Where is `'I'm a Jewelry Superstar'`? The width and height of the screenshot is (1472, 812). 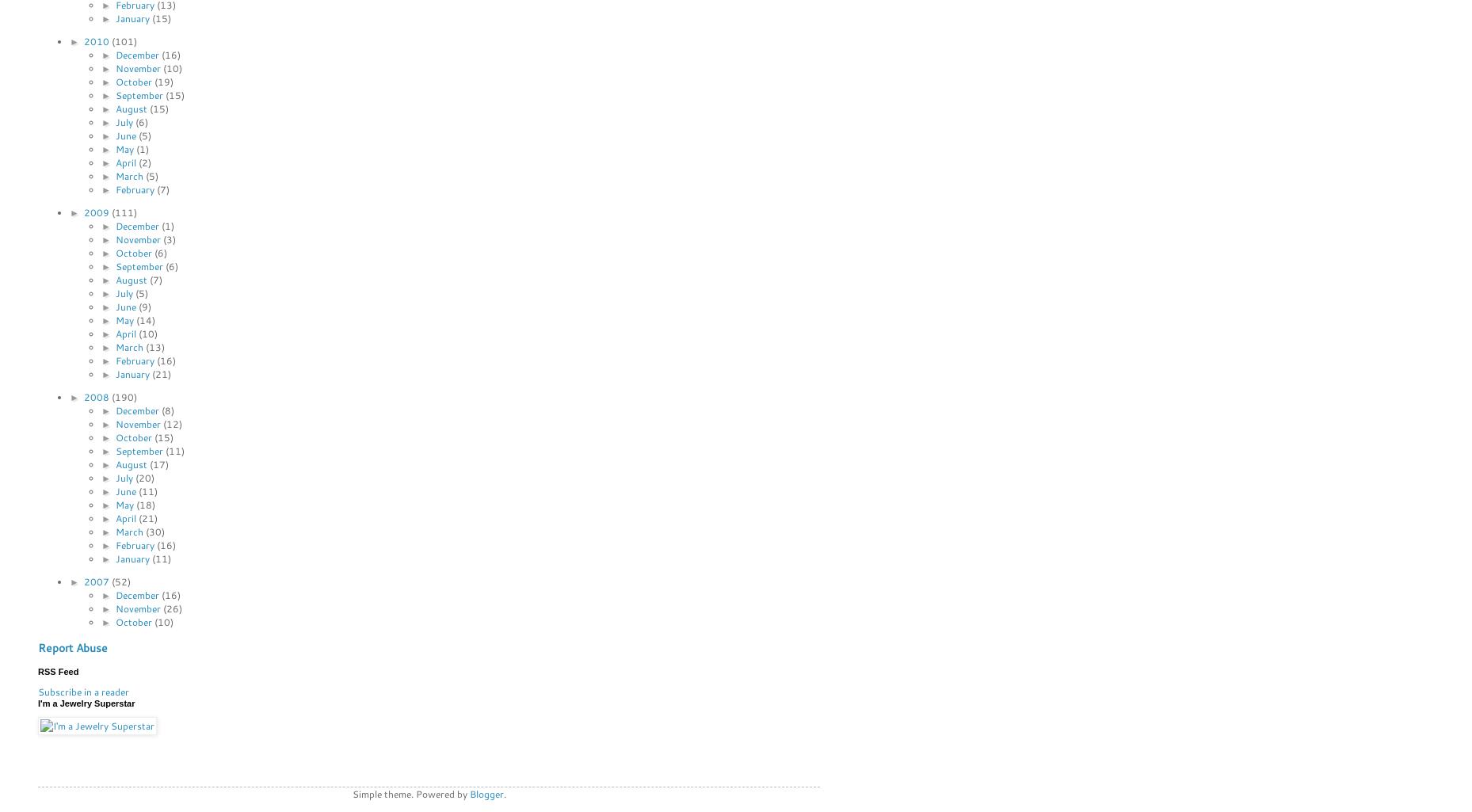
'I'm a Jewelry Superstar' is located at coordinates (86, 702).